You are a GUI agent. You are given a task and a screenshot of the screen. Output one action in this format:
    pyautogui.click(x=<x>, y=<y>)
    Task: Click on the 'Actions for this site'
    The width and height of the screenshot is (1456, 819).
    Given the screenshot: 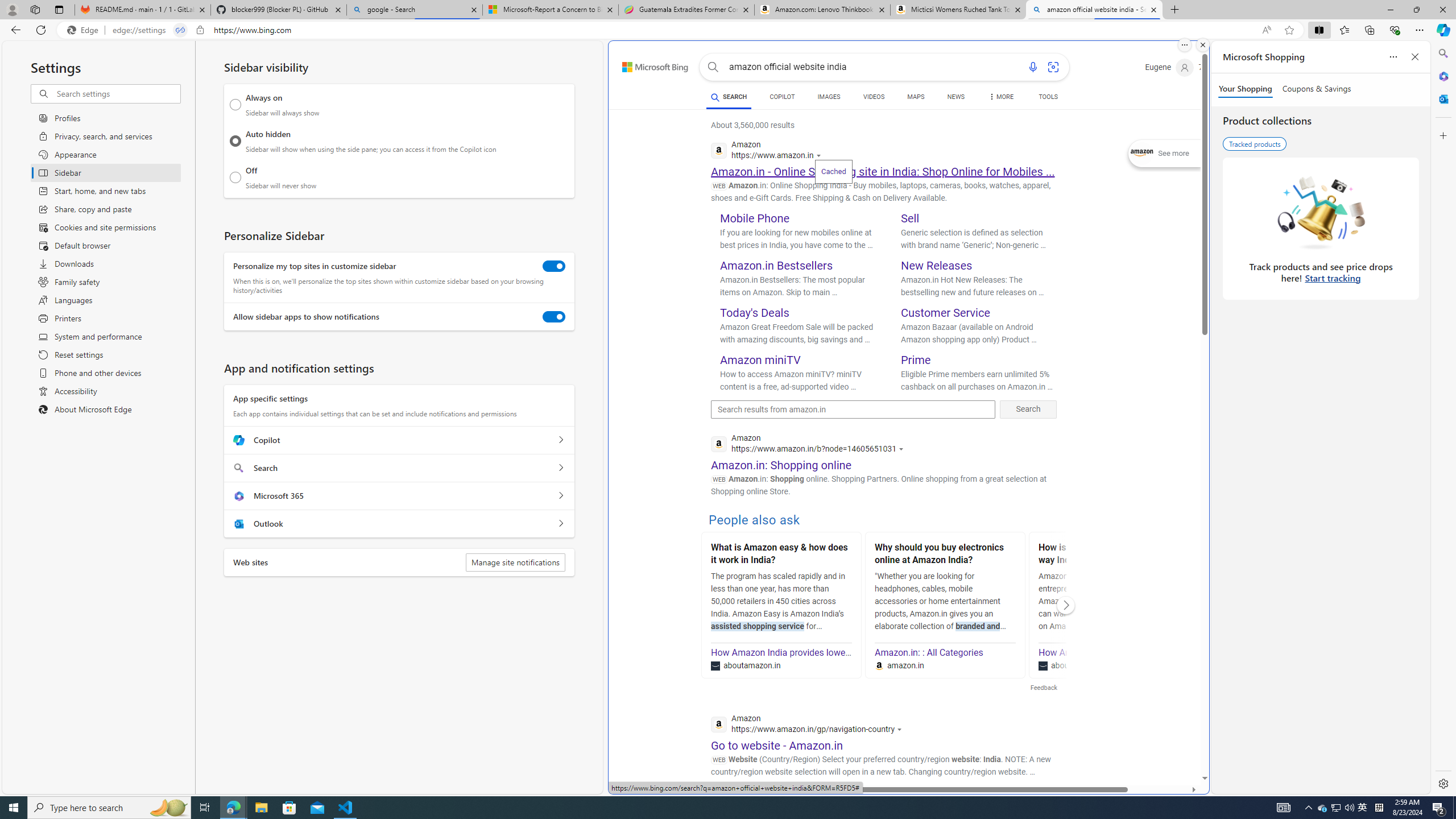 What is the action you would take?
    pyautogui.click(x=900, y=729)
    